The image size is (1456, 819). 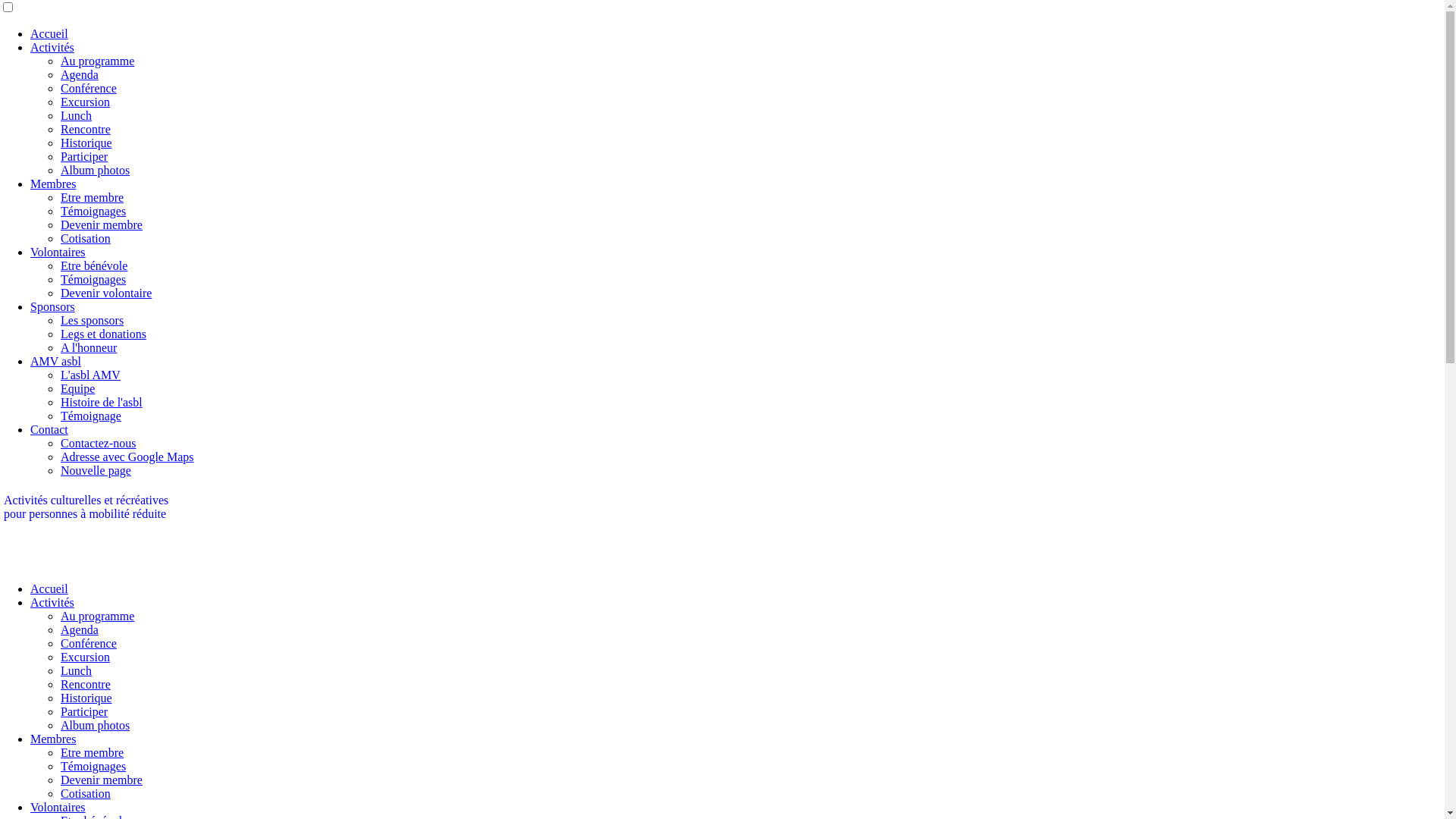 What do you see at coordinates (102, 333) in the screenshot?
I see `'Legs et donations'` at bounding box center [102, 333].